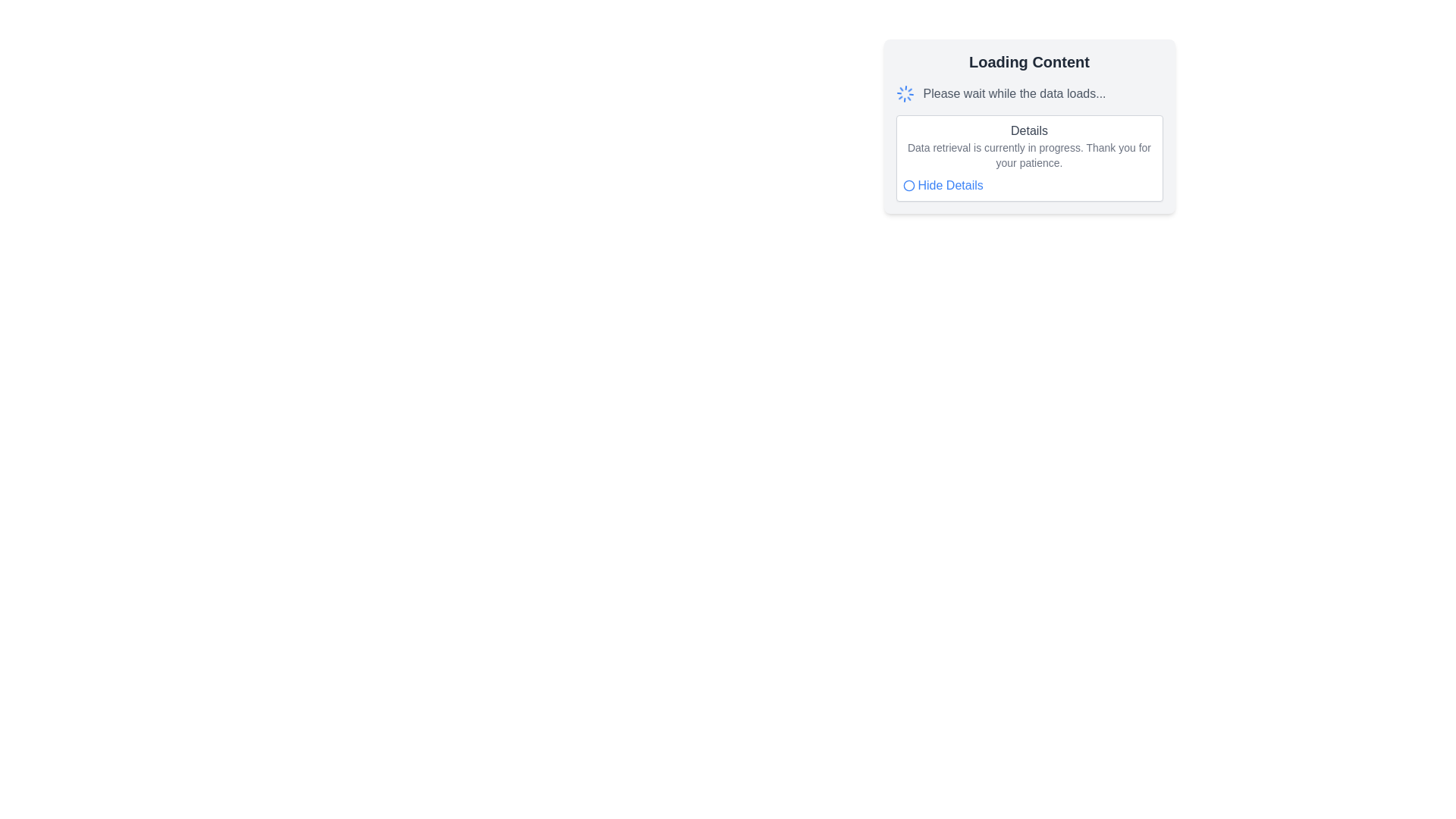 Image resolution: width=1456 pixels, height=819 pixels. Describe the element at coordinates (905, 93) in the screenshot. I see `the animated blue loading spinner located within the 'Loading Content' modal, positioned to the left of the message 'Please wait while the data loads...'` at that location.